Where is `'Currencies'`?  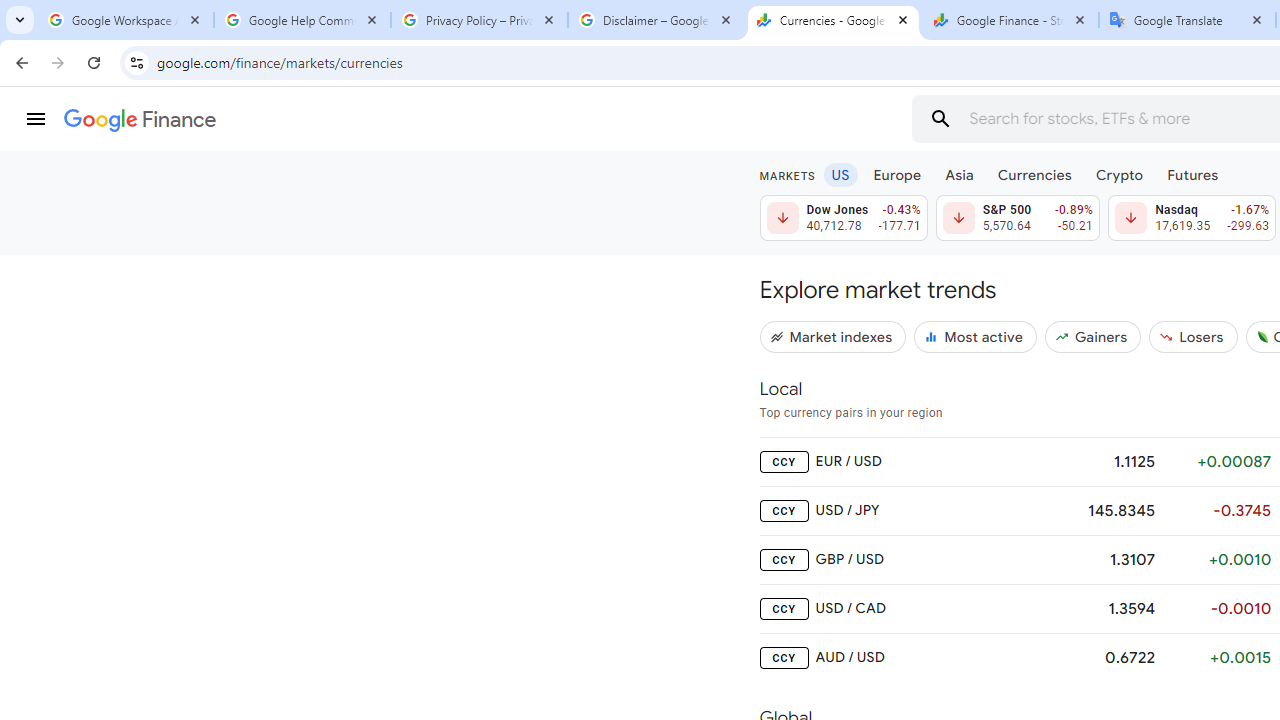
'Currencies' is located at coordinates (1034, 173).